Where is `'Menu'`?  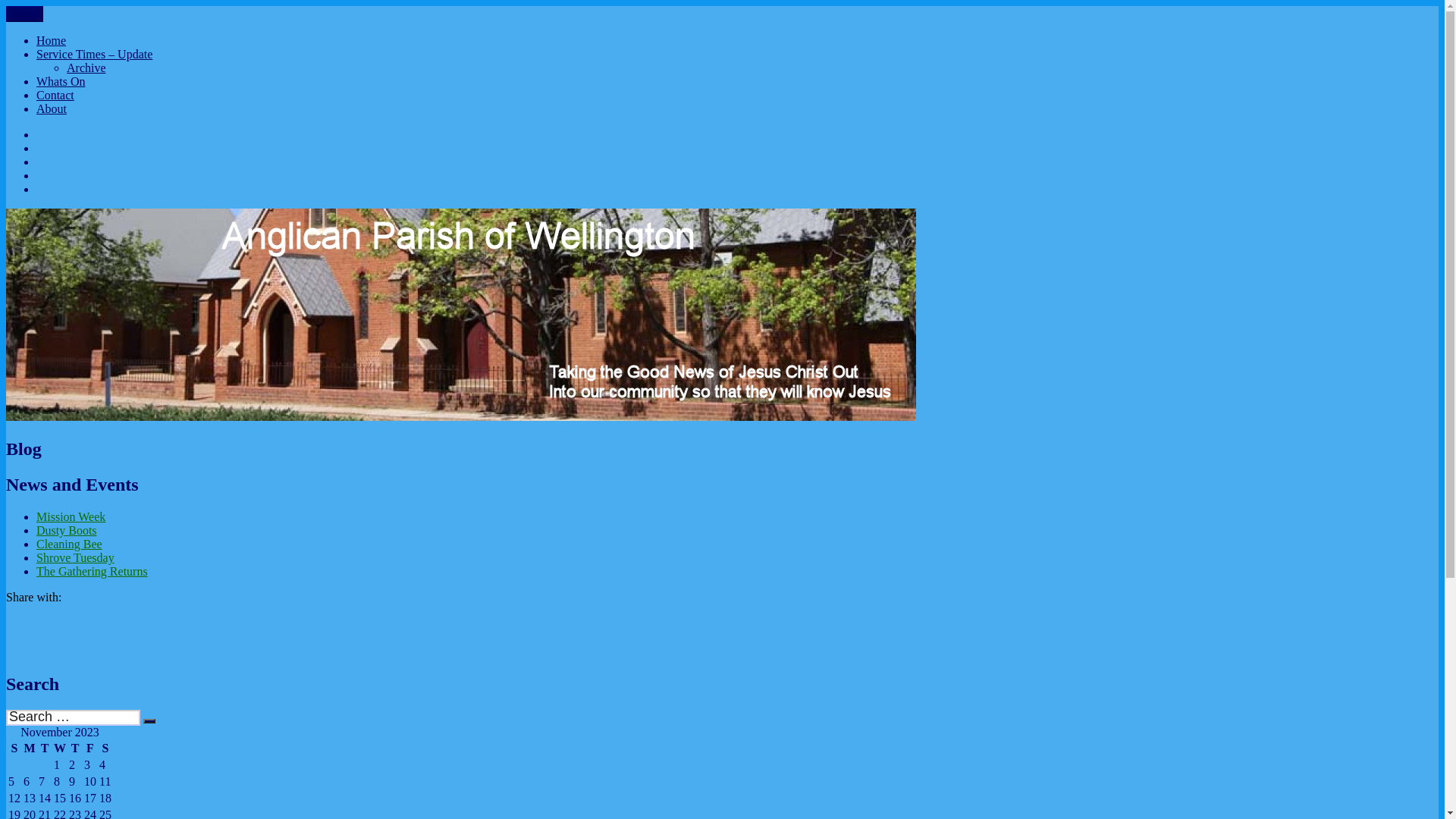
'Menu' is located at coordinates (24, 14).